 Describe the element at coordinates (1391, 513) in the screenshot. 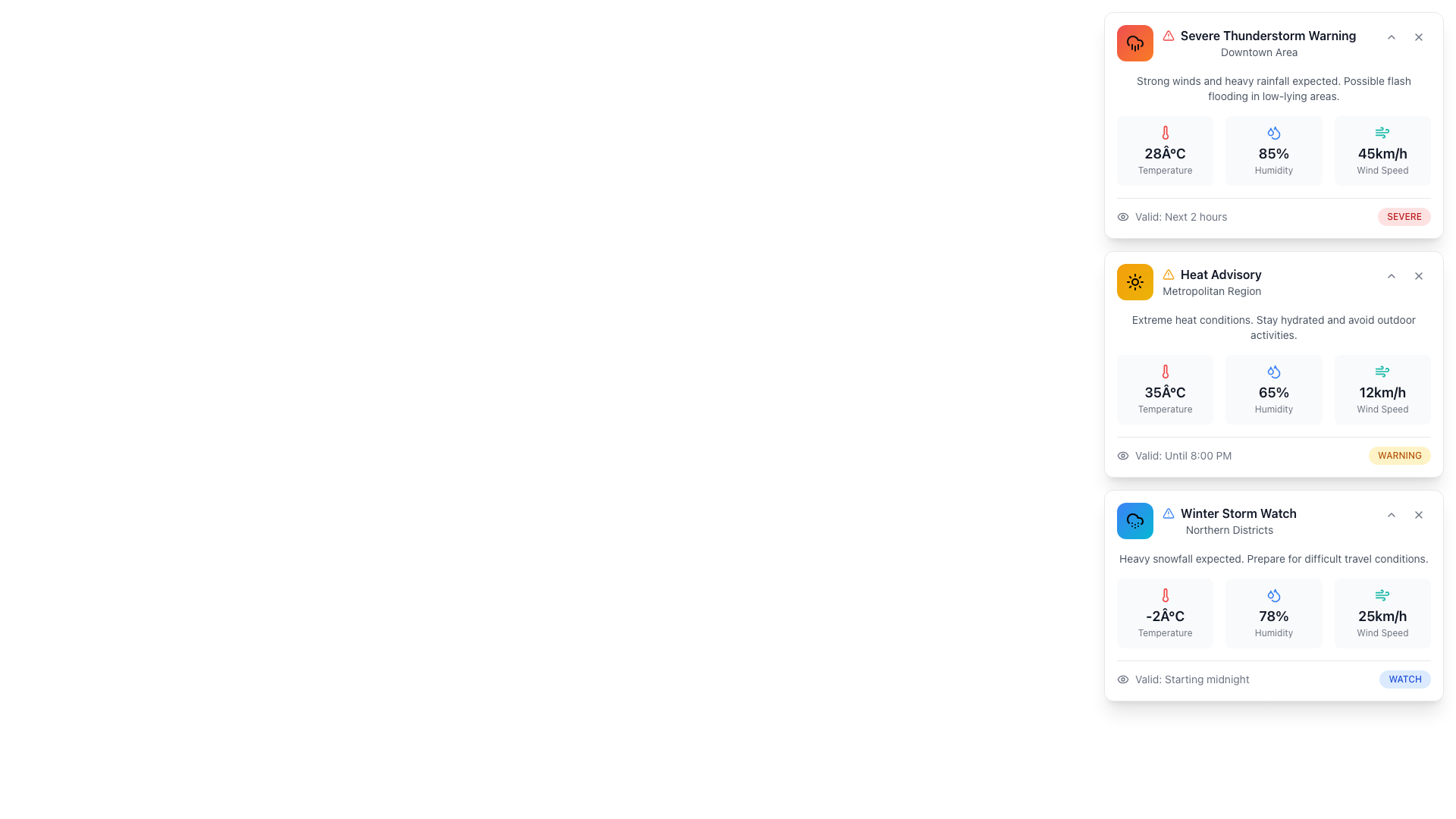

I see `the dropdown icon located in the top-right corner of the 'Winter Storm Watch' card` at that location.